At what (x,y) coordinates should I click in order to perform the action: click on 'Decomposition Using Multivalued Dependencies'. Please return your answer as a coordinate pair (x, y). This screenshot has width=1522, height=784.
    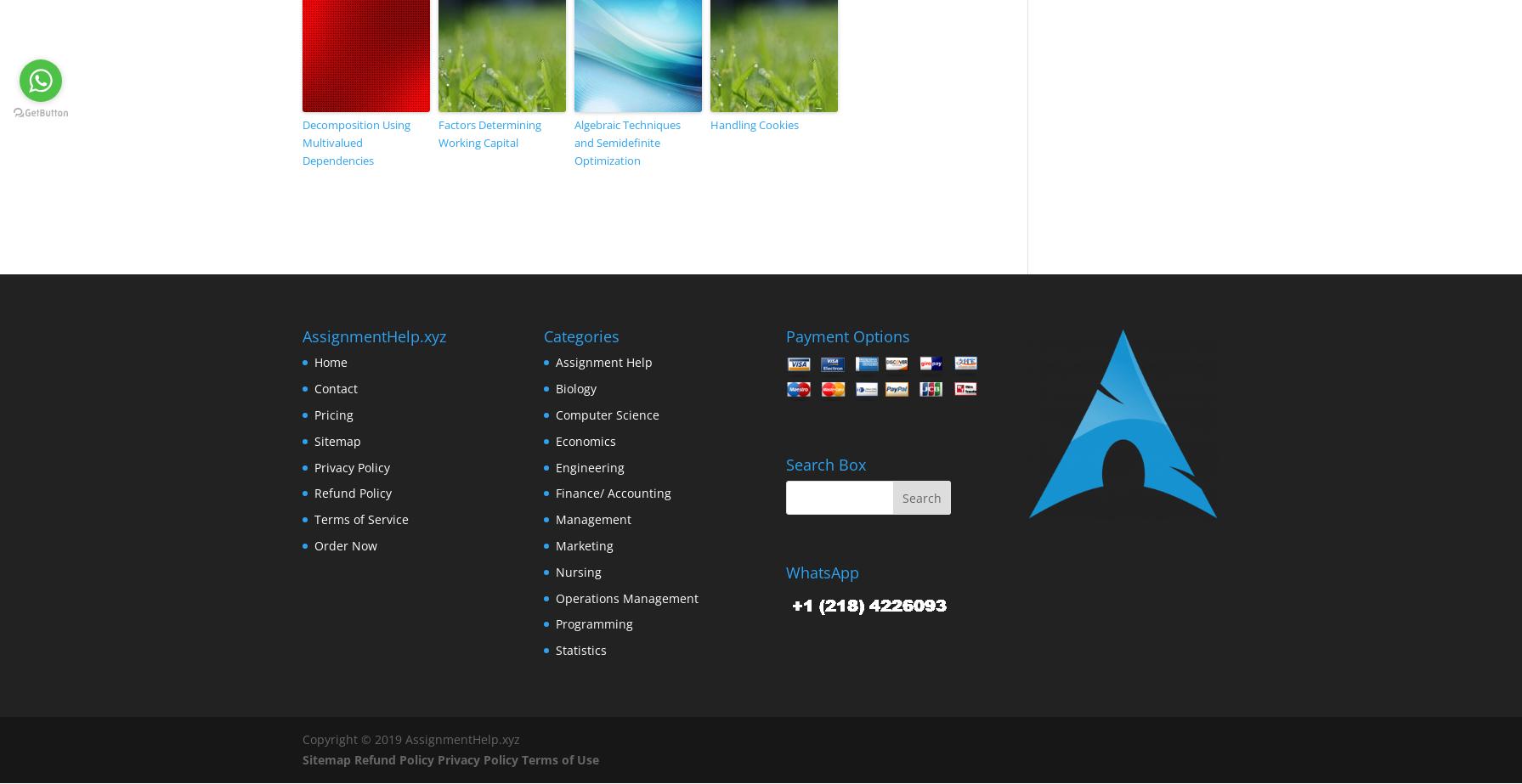
    Looking at the image, I should click on (301, 142).